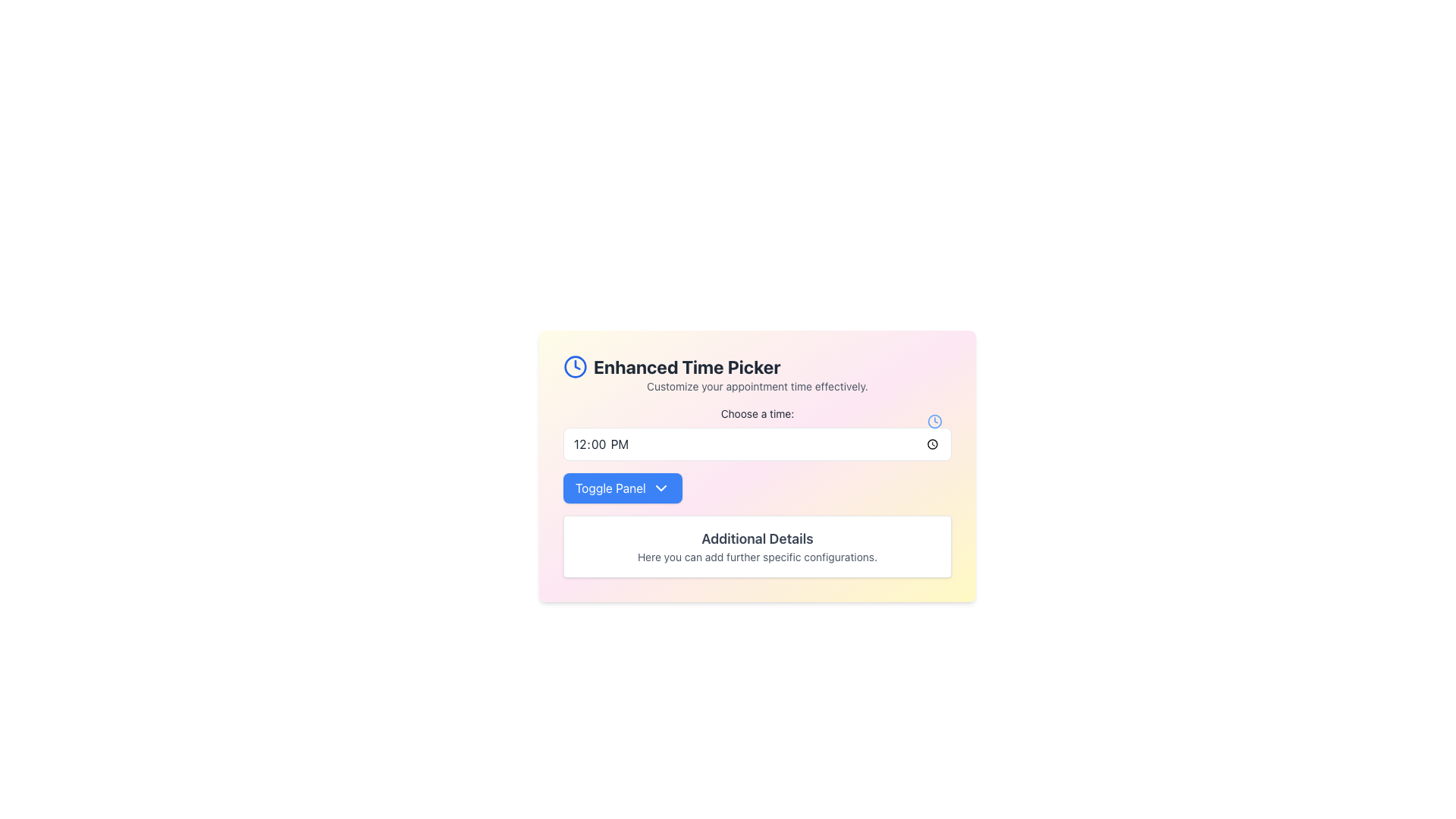  I want to click on the Informational Group located below the 'Toggle Panel' button in the 'Enhanced Time Picker' section, so click(757, 547).